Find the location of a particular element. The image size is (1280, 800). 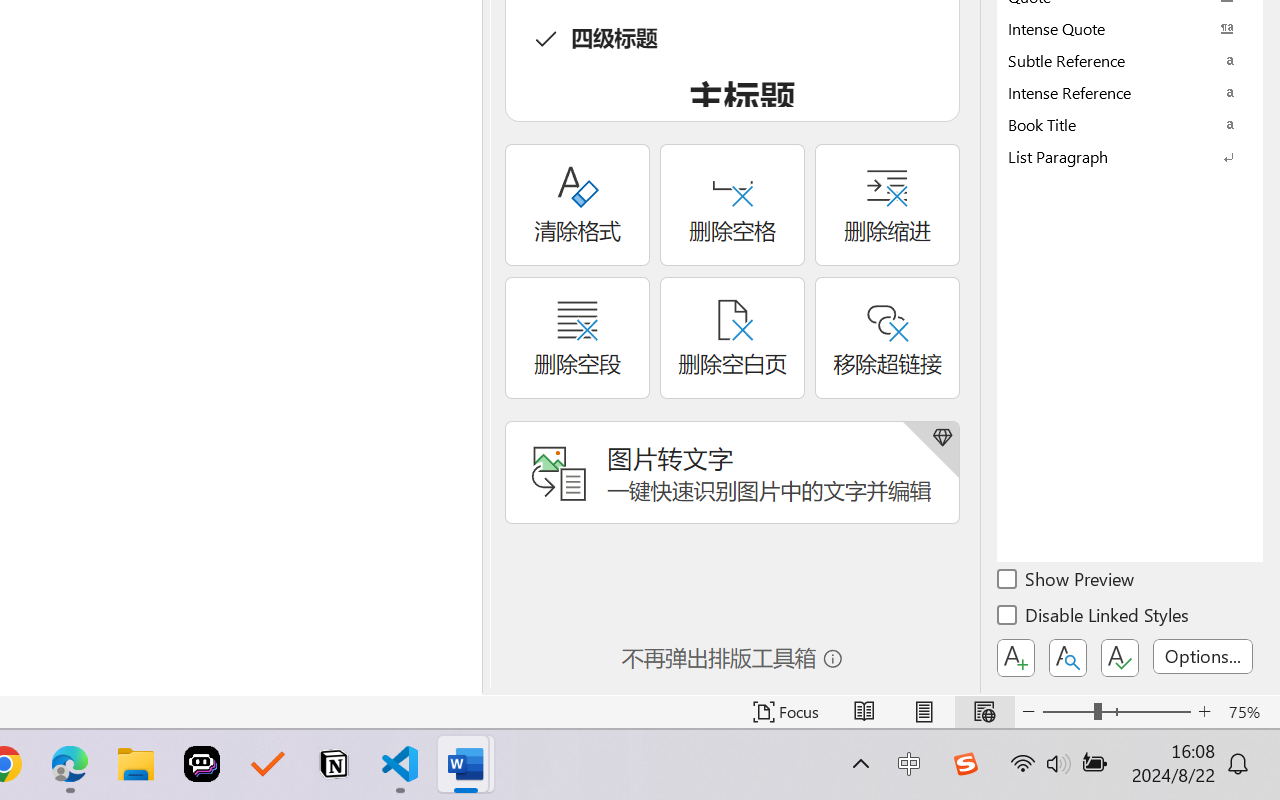

'Zoom' is located at coordinates (1115, 711).